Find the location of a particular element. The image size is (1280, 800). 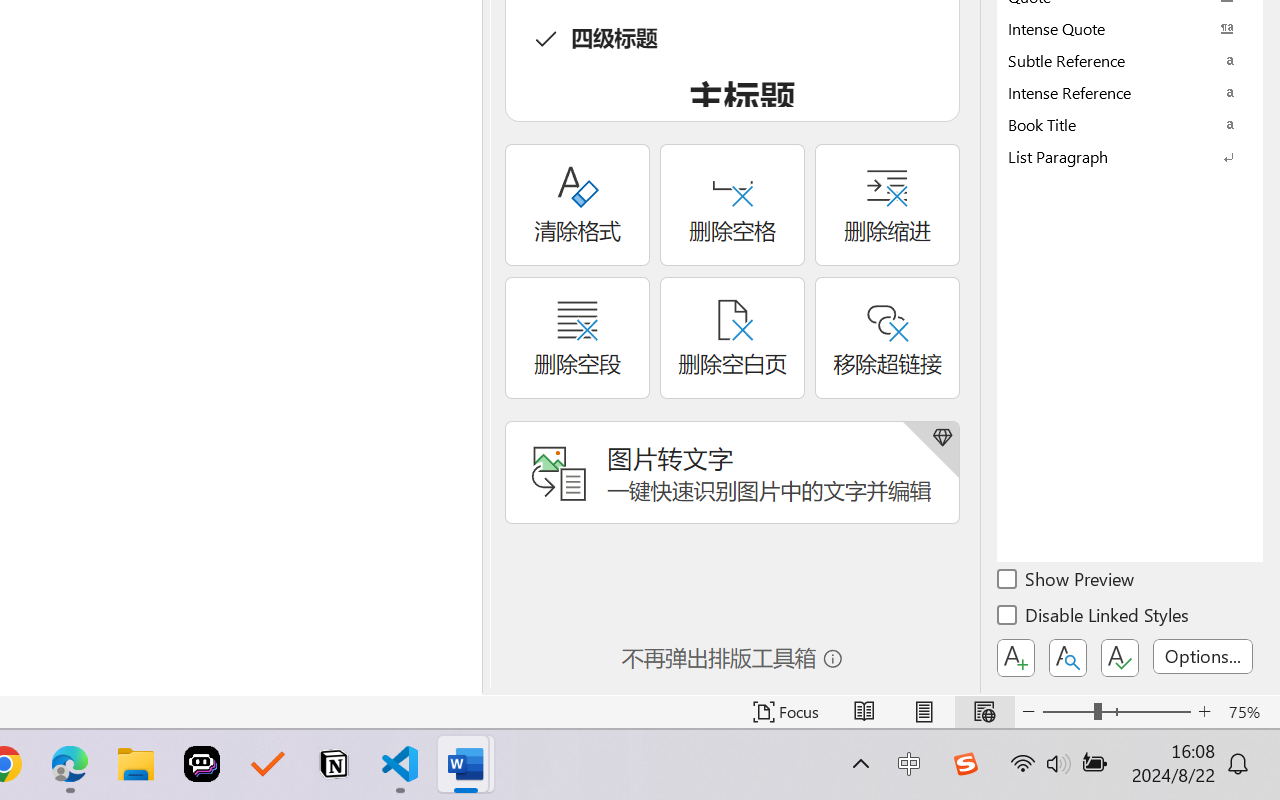

'Zoom' is located at coordinates (1115, 711).